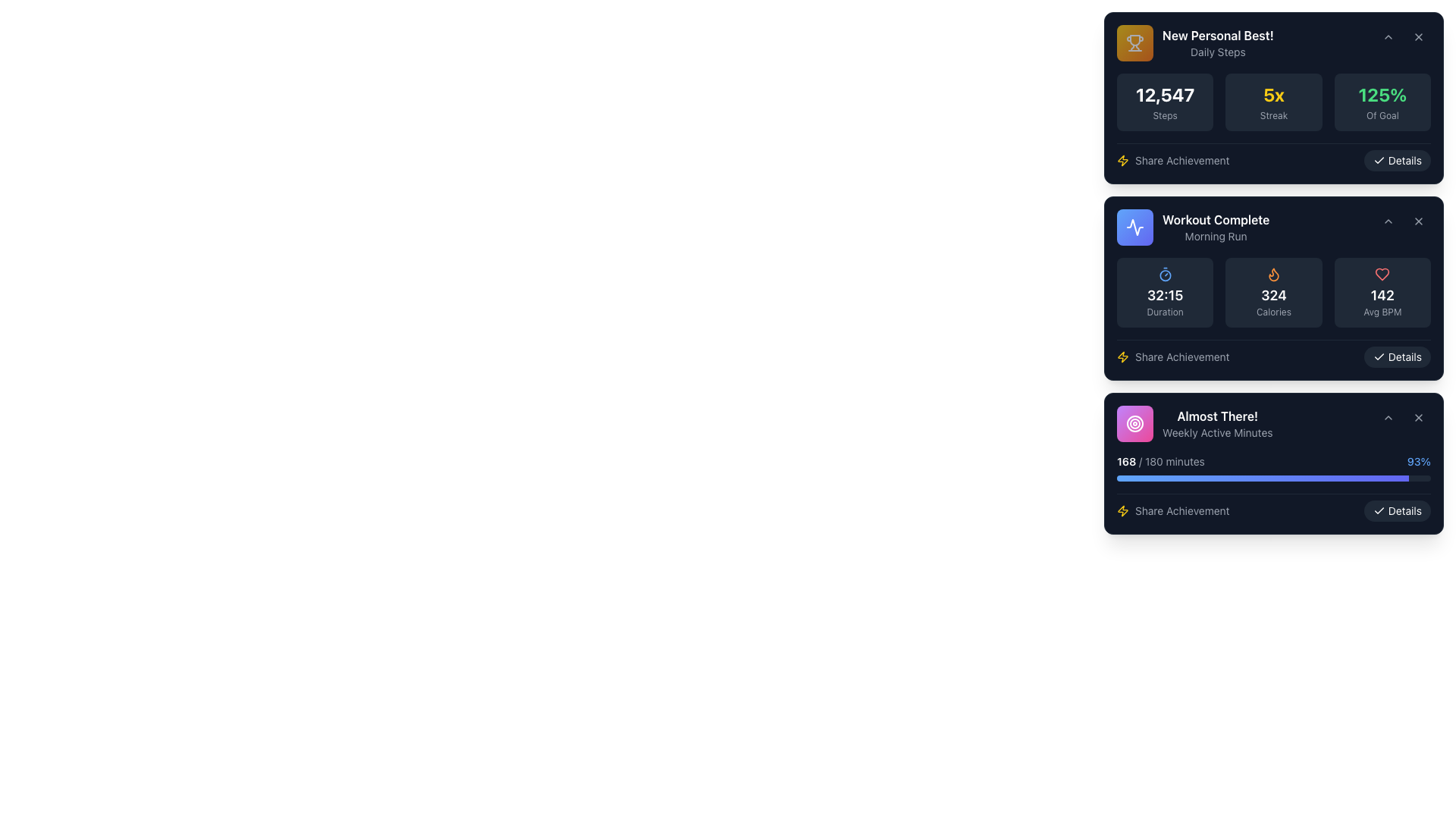  Describe the element at coordinates (1135, 227) in the screenshot. I see `the 'Workout Complete' icon located in the upper-left corner of the 'Workout Complete' card, which is positioned to the left of the text 'Workout Complete Morning Run'` at that location.